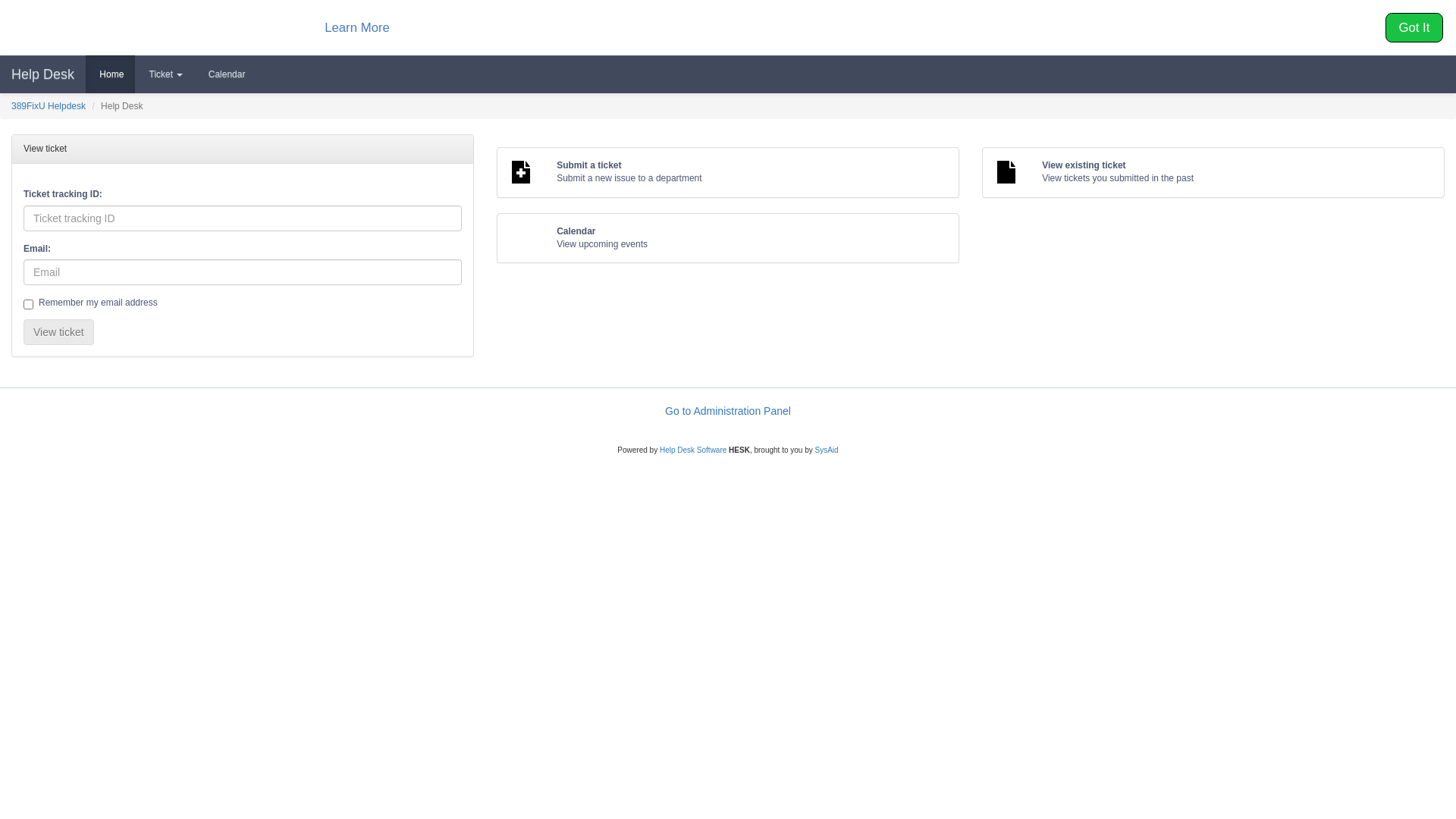  What do you see at coordinates (11, 105) in the screenshot?
I see `'389FixU Helpdesk'` at bounding box center [11, 105].